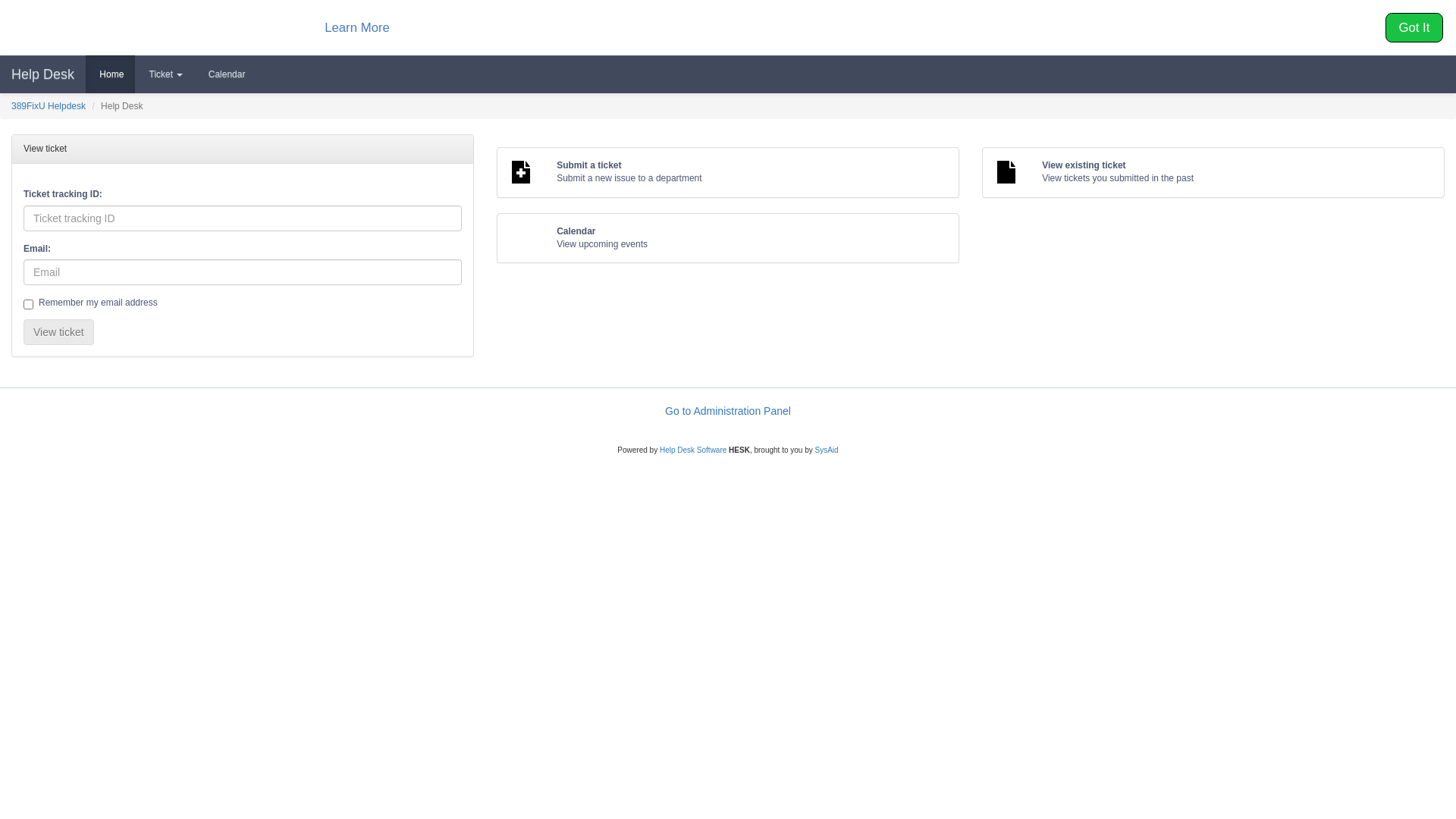  What do you see at coordinates (11, 105) in the screenshot?
I see `'389FixU Helpdesk'` at bounding box center [11, 105].